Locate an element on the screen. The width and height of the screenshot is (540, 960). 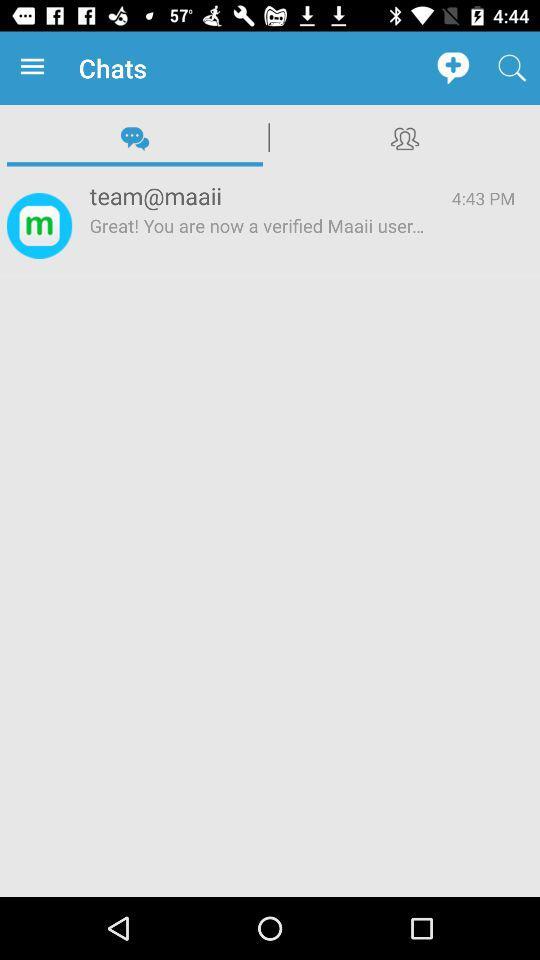
item above the great you are app is located at coordinates (258, 195).